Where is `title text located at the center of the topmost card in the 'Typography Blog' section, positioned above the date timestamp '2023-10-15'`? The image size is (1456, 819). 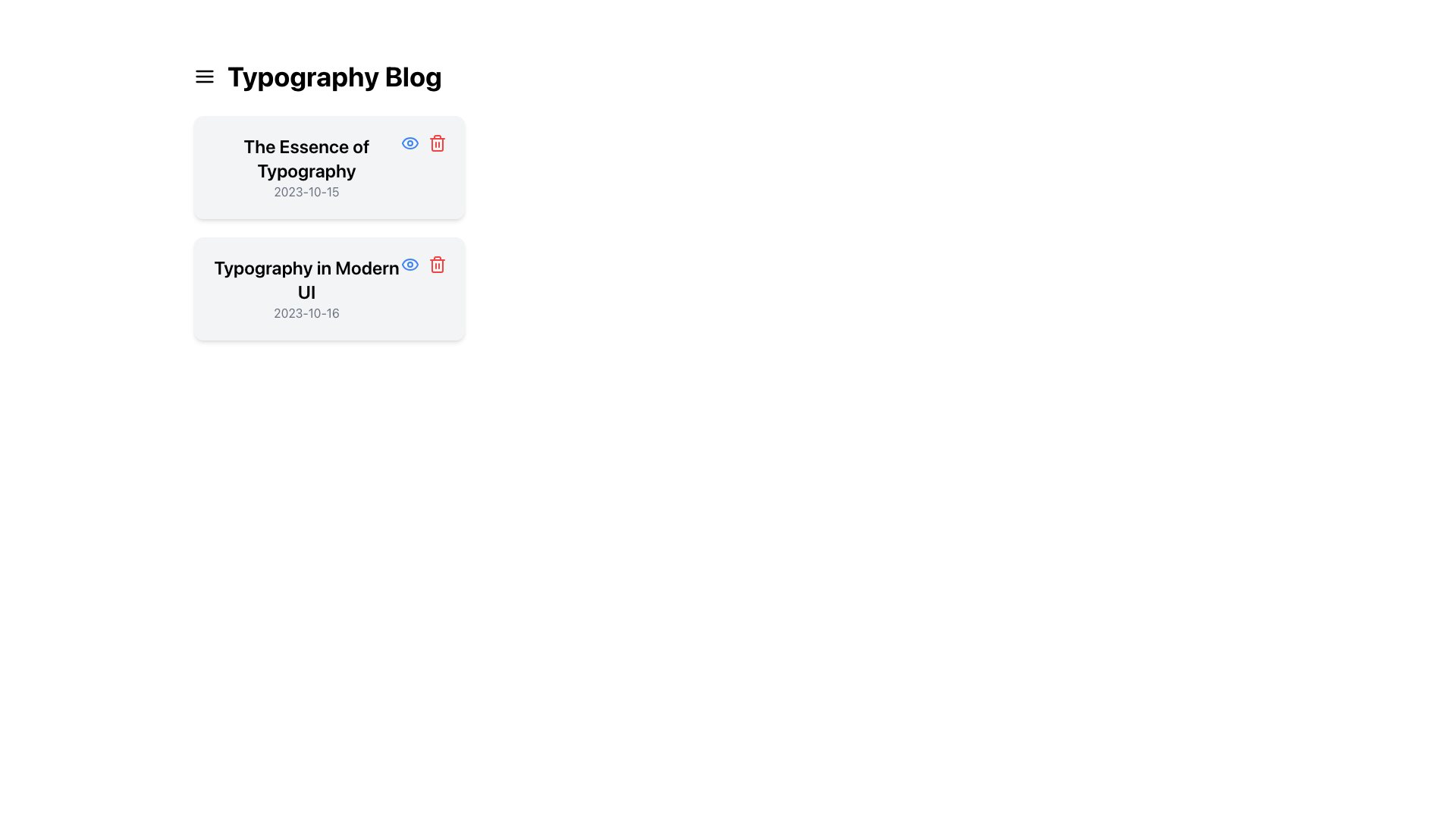
title text located at the center of the topmost card in the 'Typography Blog' section, positioned above the date timestamp '2023-10-15' is located at coordinates (306, 158).